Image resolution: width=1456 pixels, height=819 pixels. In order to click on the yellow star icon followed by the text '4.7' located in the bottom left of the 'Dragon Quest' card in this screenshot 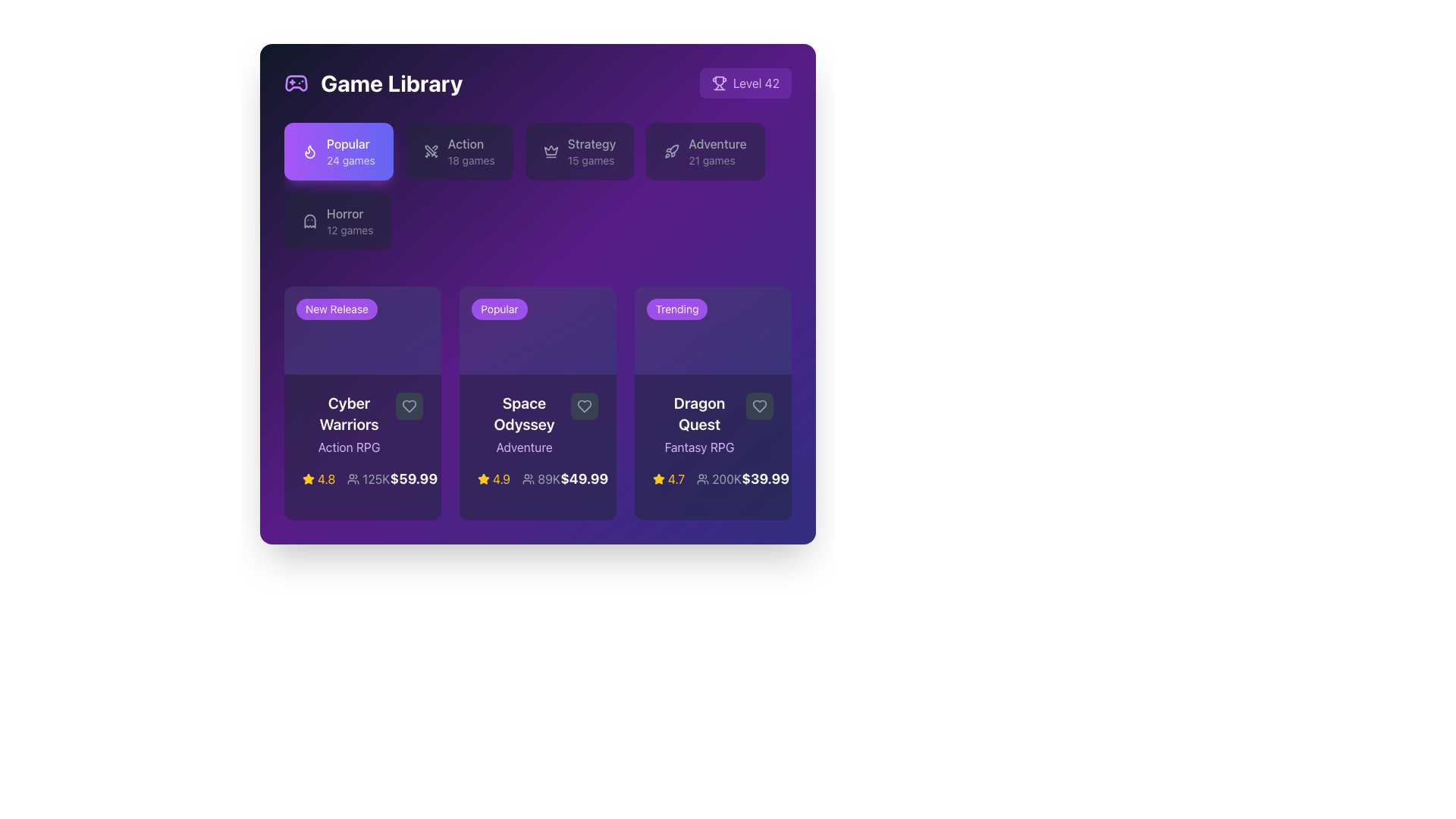, I will do `click(668, 479)`.